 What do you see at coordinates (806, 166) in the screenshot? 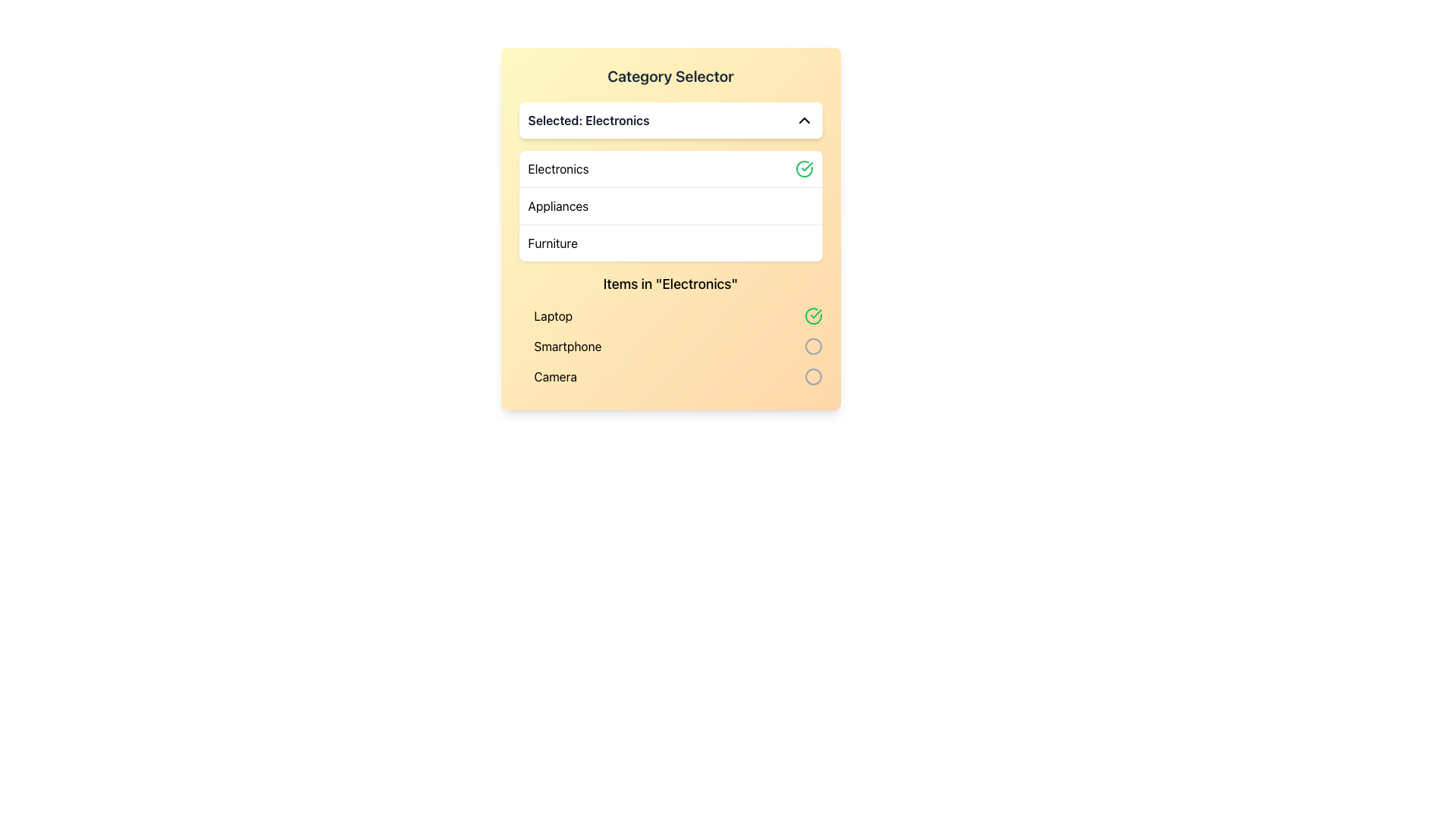
I see `the 'Electronics' category indicator icon located beside the 'Electronics' text label in the dropdown menu` at bounding box center [806, 166].